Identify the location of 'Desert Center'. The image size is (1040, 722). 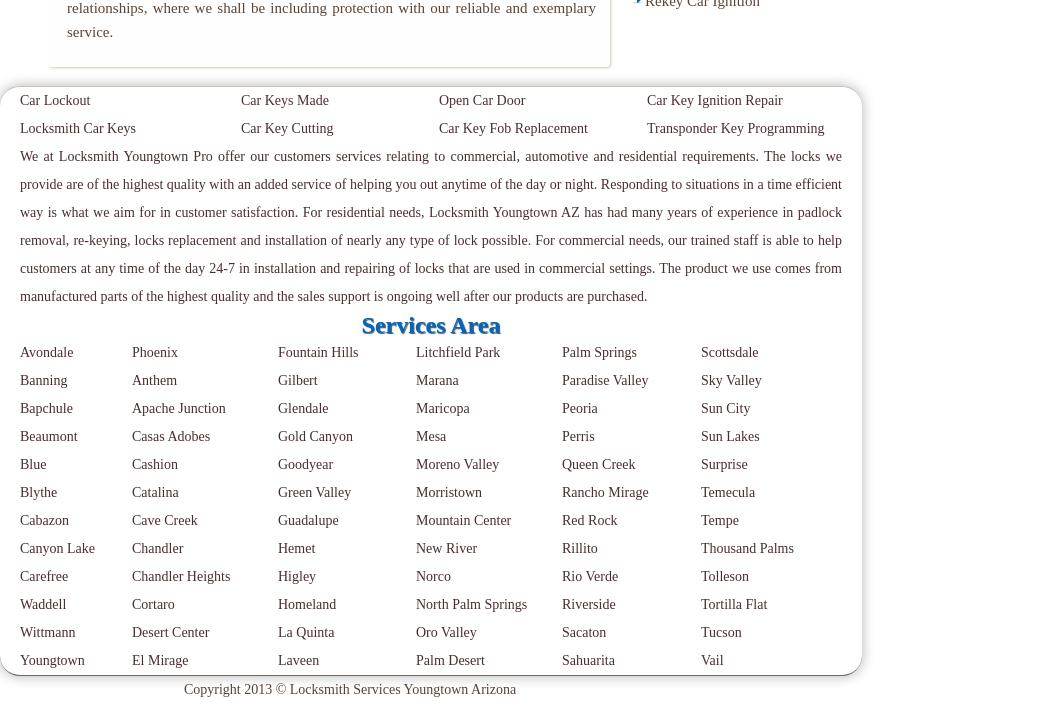
(170, 632).